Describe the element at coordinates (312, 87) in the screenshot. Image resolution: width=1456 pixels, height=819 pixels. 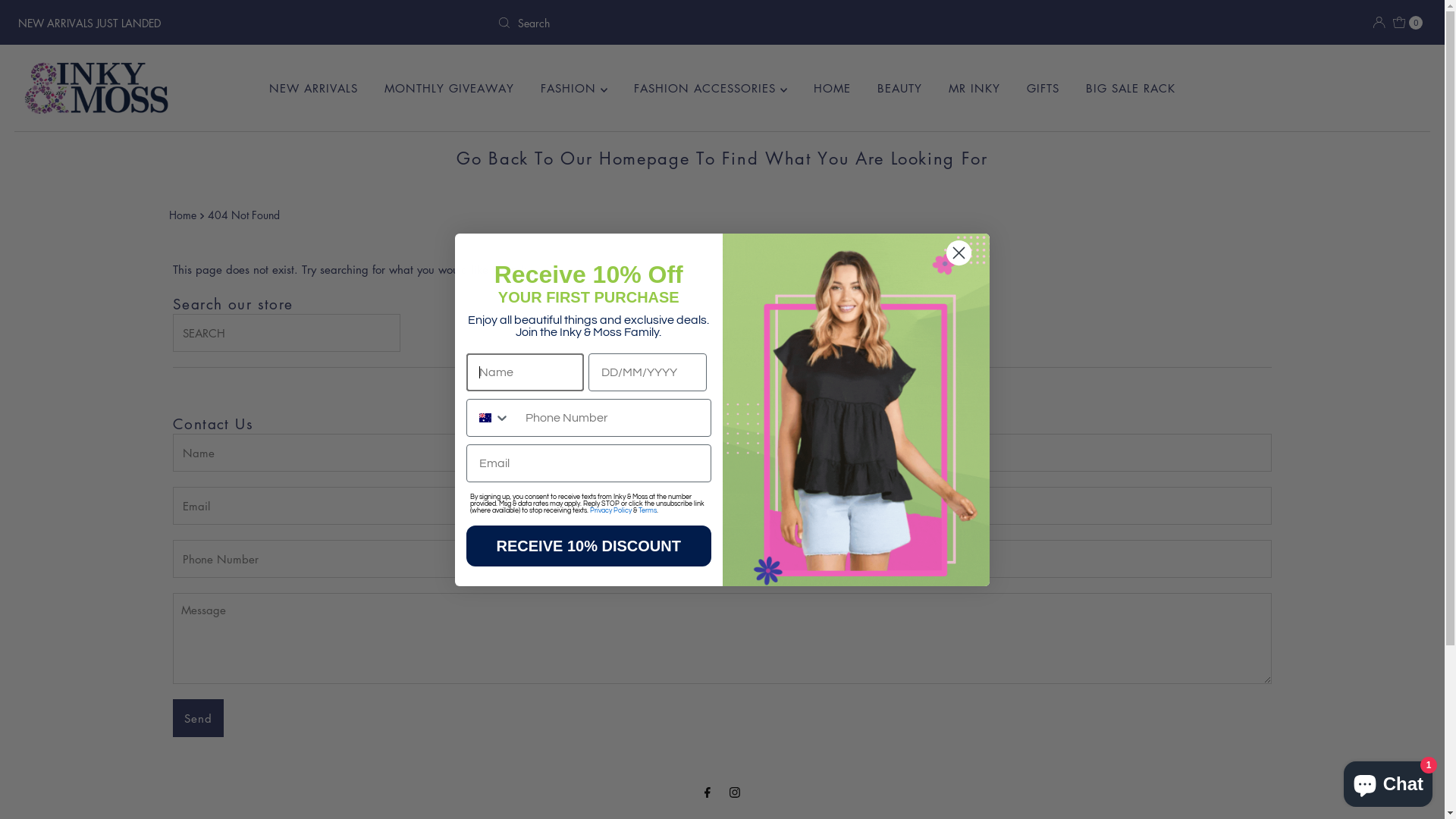
I see `'NEW ARRIVALS'` at that location.